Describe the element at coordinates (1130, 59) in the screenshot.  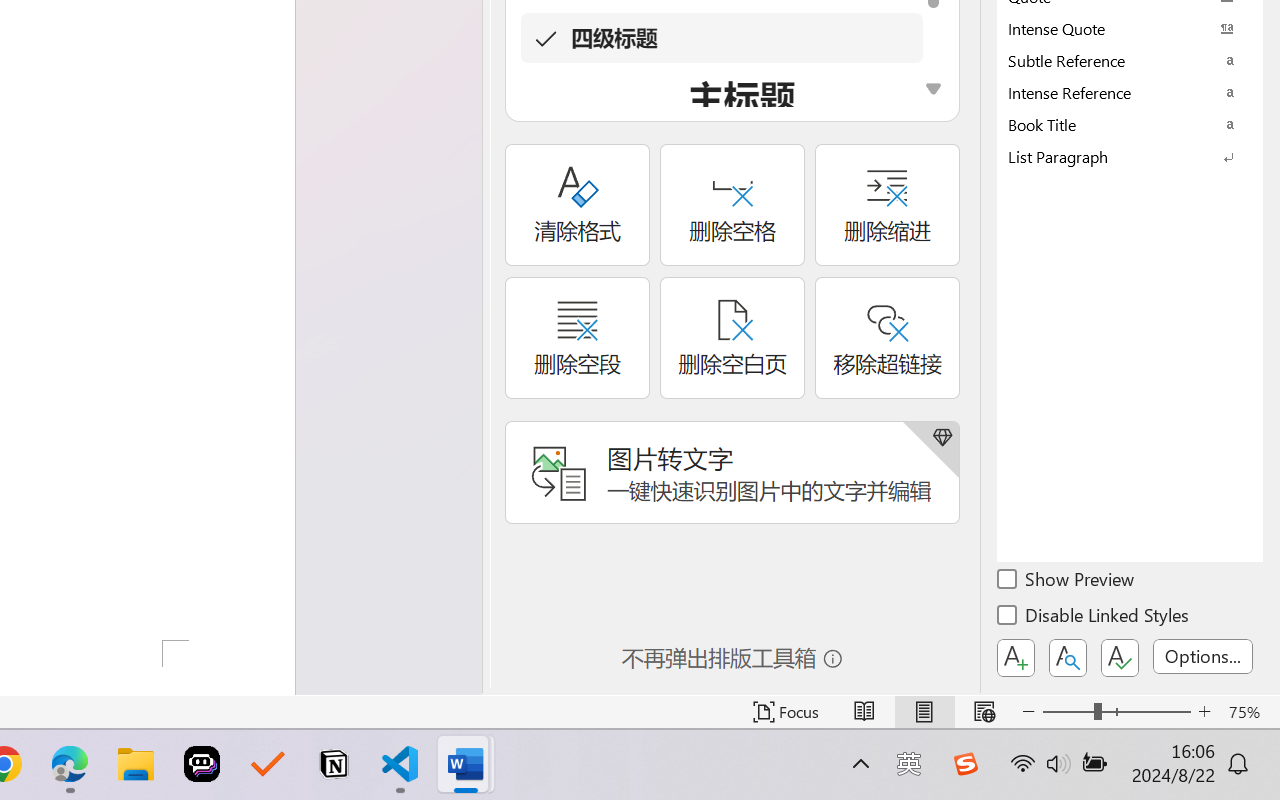
I see `'Subtle Reference'` at that location.